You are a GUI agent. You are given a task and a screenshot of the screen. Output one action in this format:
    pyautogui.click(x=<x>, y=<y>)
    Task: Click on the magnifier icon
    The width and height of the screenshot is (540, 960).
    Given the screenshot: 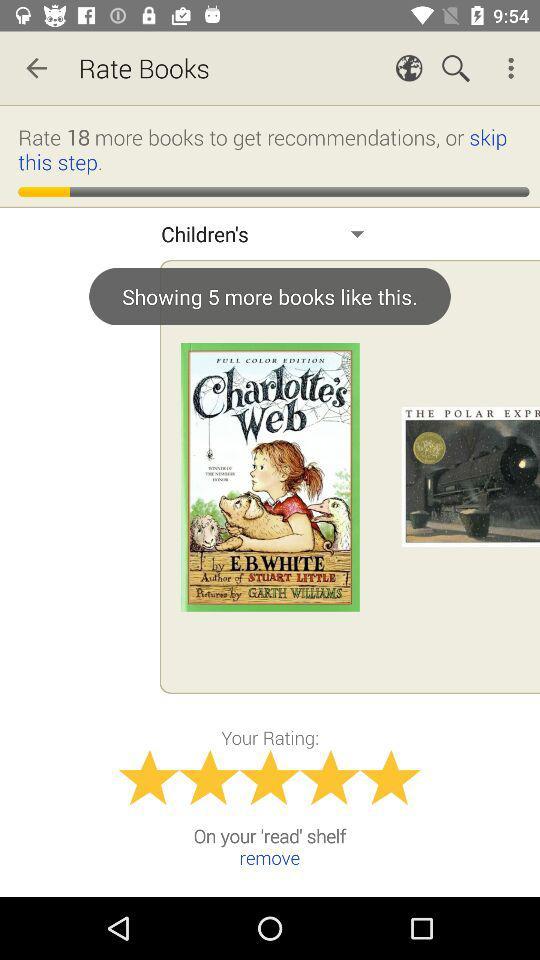 What is the action you would take?
    pyautogui.click(x=456, y=68)
    